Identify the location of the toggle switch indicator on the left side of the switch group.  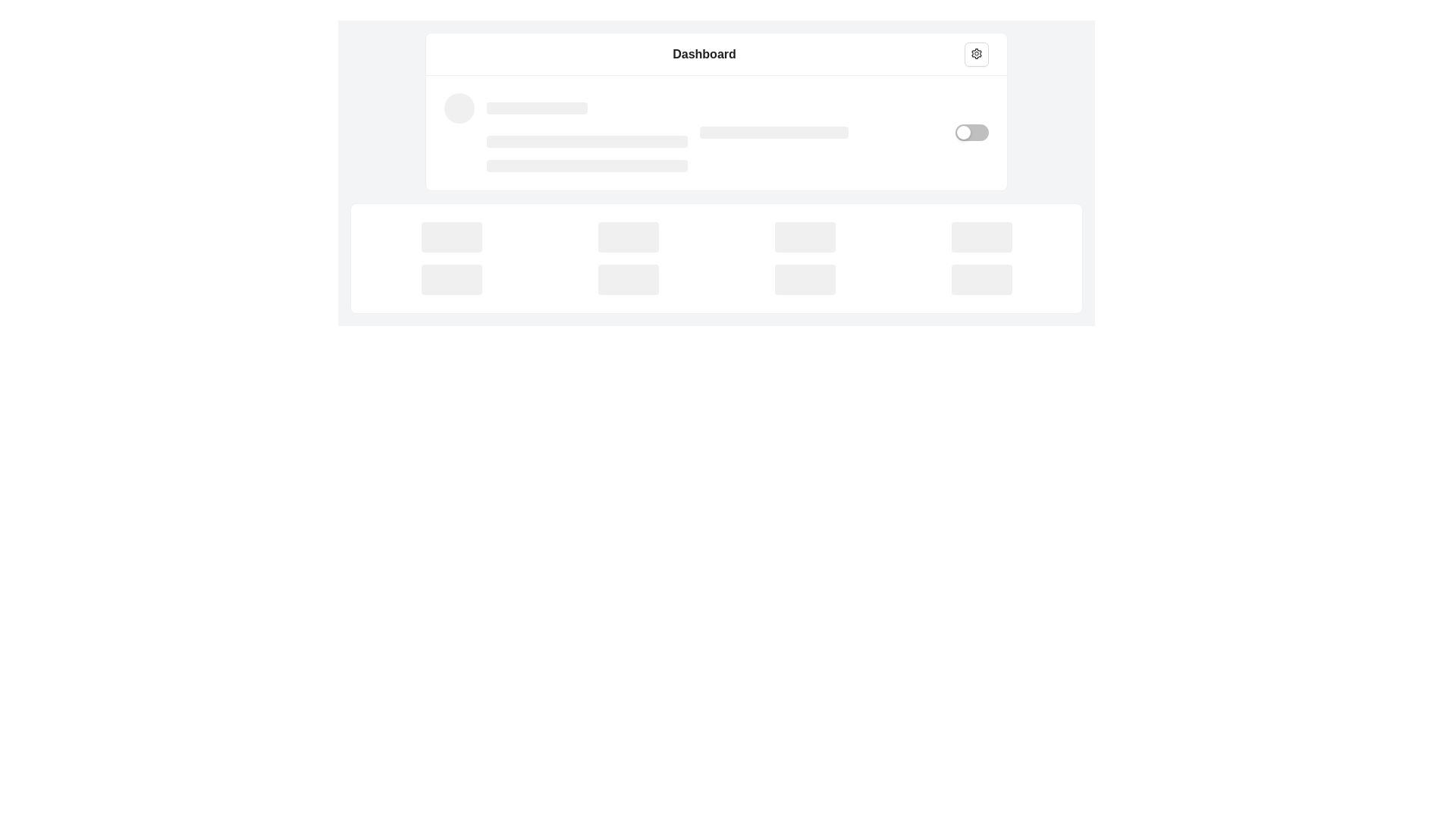
(949, 131).